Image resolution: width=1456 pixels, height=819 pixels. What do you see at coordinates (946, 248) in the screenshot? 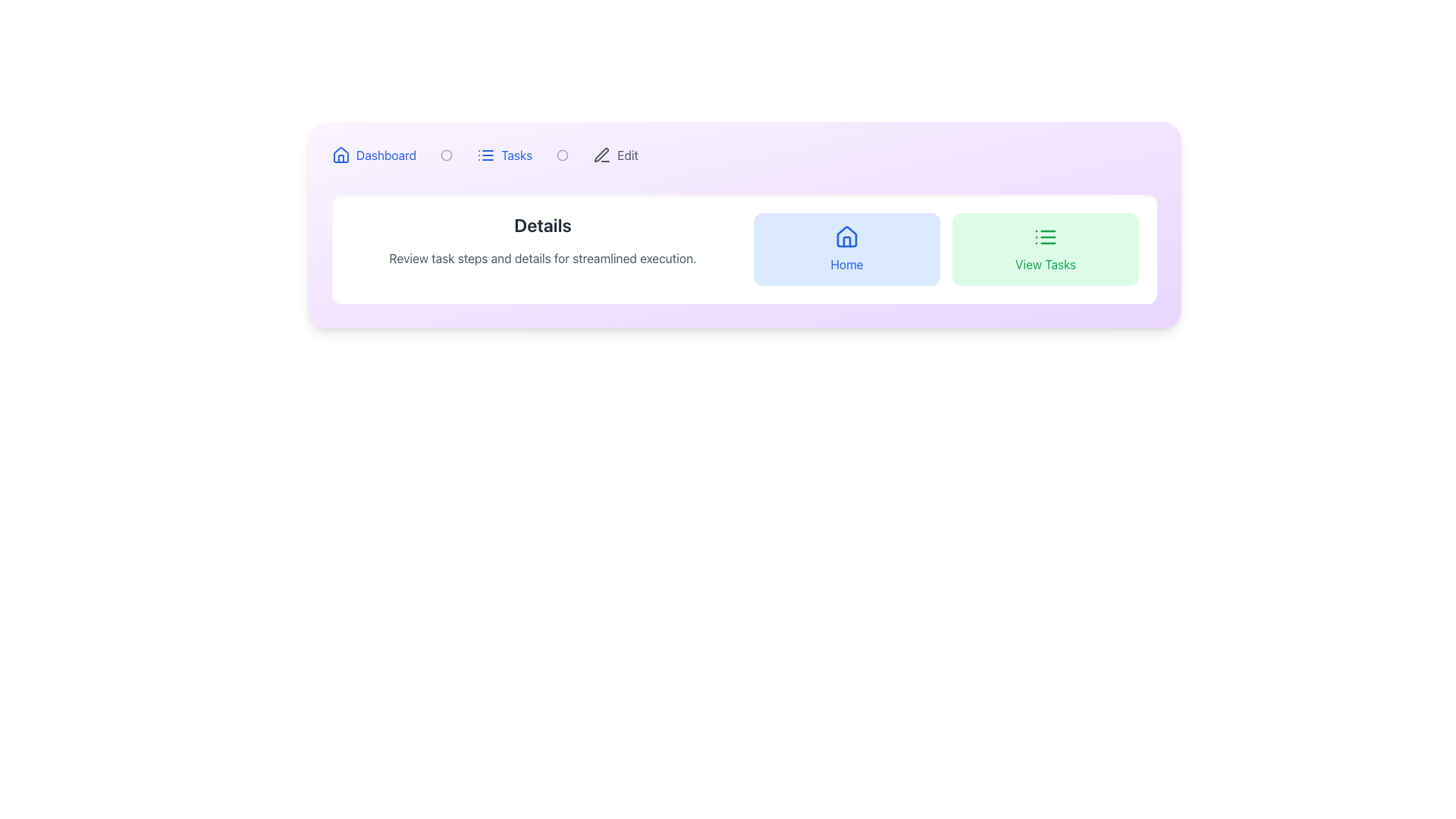
I see `the Navigation Bar located below the 'Details' title, which has 'Home' on the left and 'View Tasks' on the right, for additional visual feedback` at bounding box center [946, 248].